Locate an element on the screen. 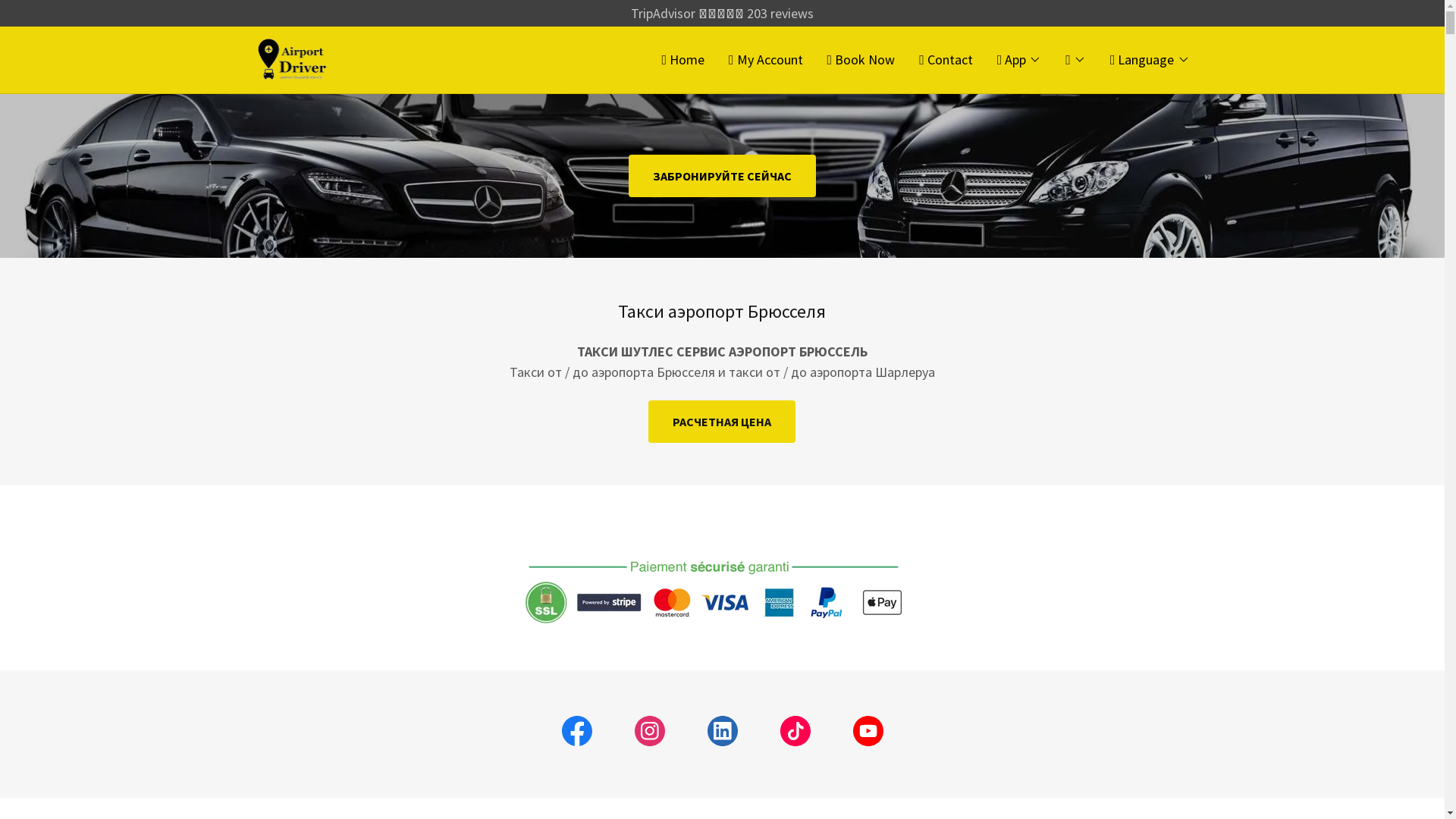 The height and width of the screenshot is (819, 1456). 'AIRPORT DRIVER ' is located at coordinates (255, 57).